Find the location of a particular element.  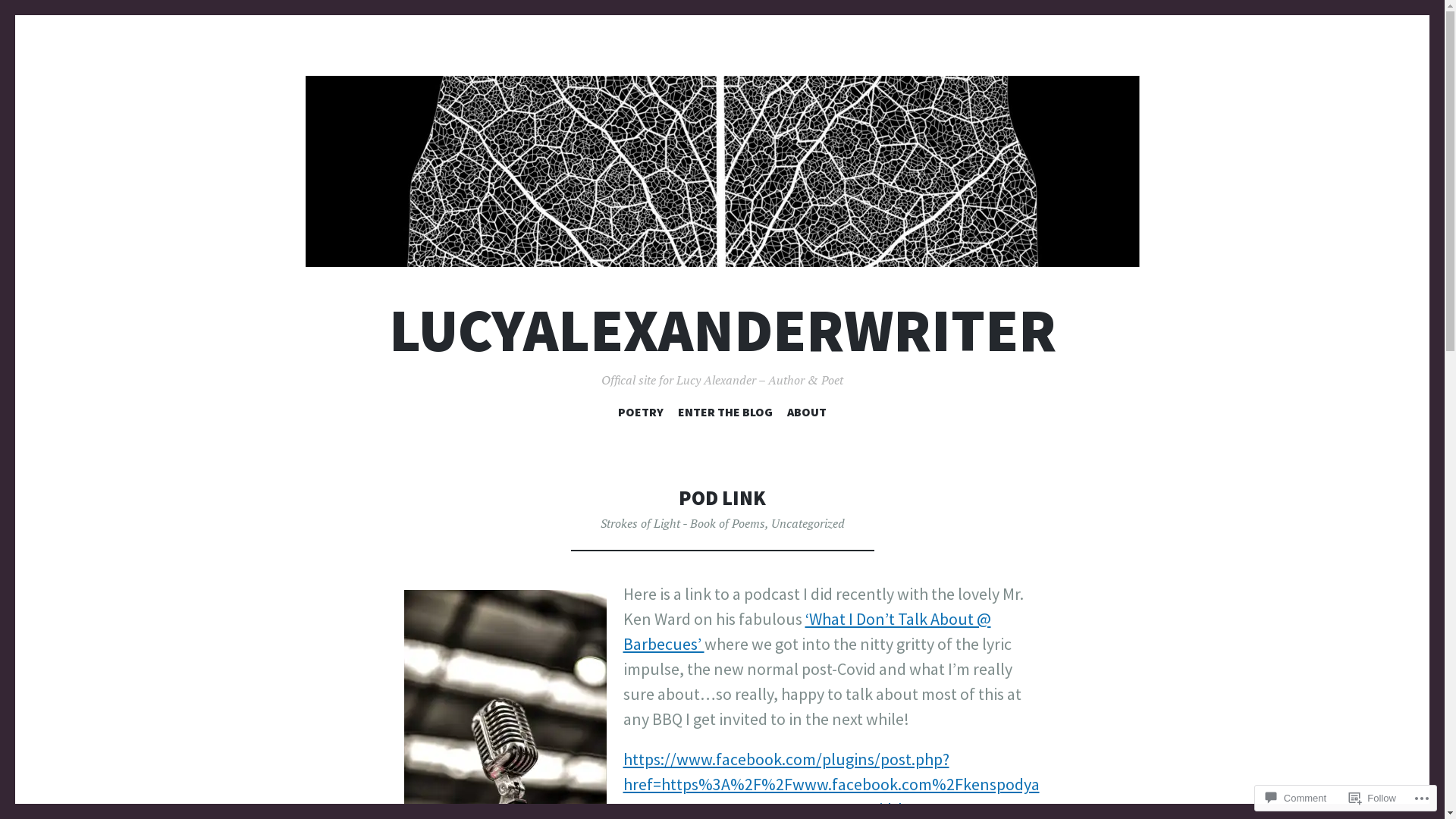

'Uncategorized' is located at coordinates (806, 522).